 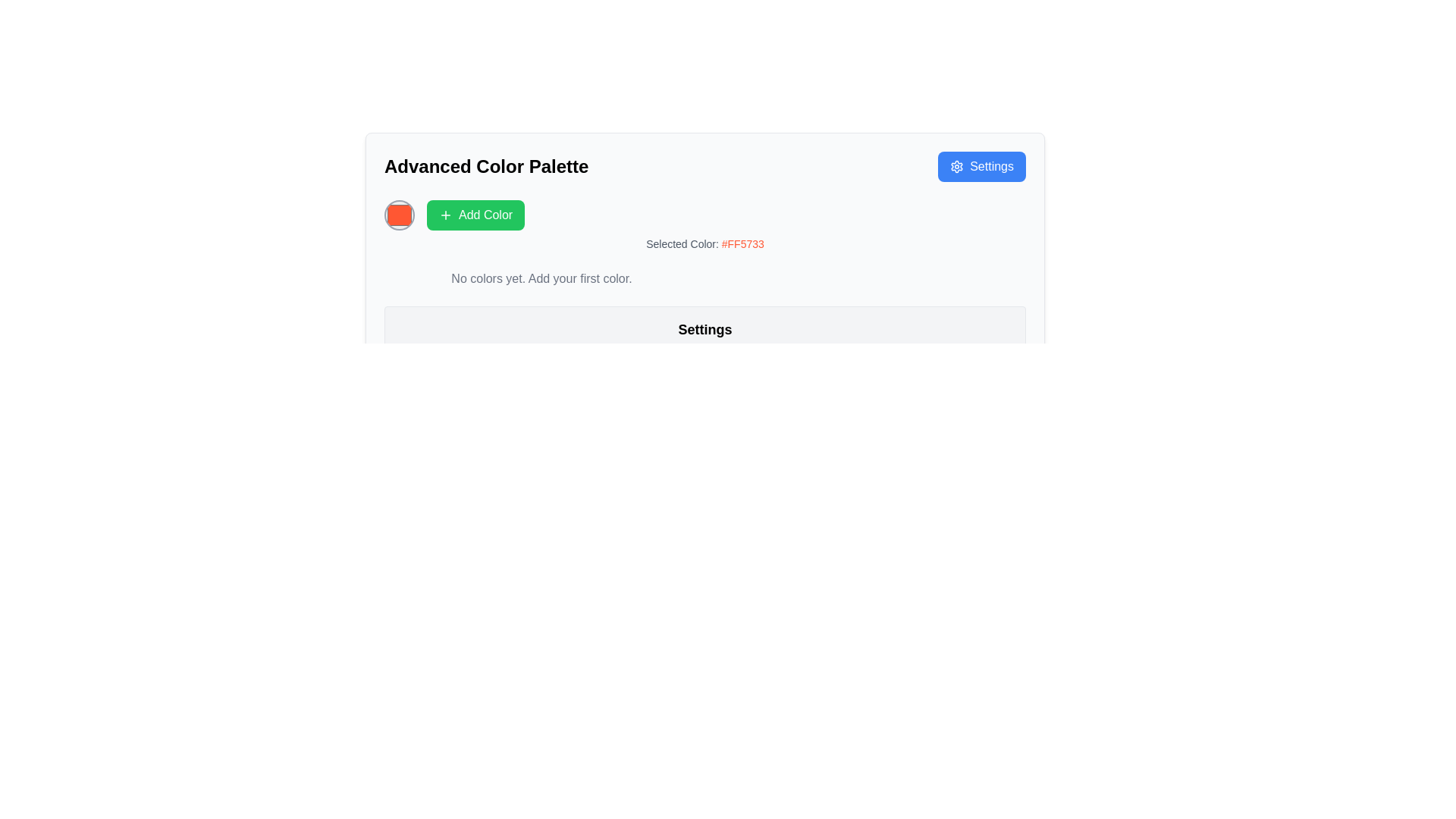 What do you see at coordinates (704, 215) in the screenshot?
I see `the color picker button in the Composite component that allows the user` at bounding box center [704, 215].